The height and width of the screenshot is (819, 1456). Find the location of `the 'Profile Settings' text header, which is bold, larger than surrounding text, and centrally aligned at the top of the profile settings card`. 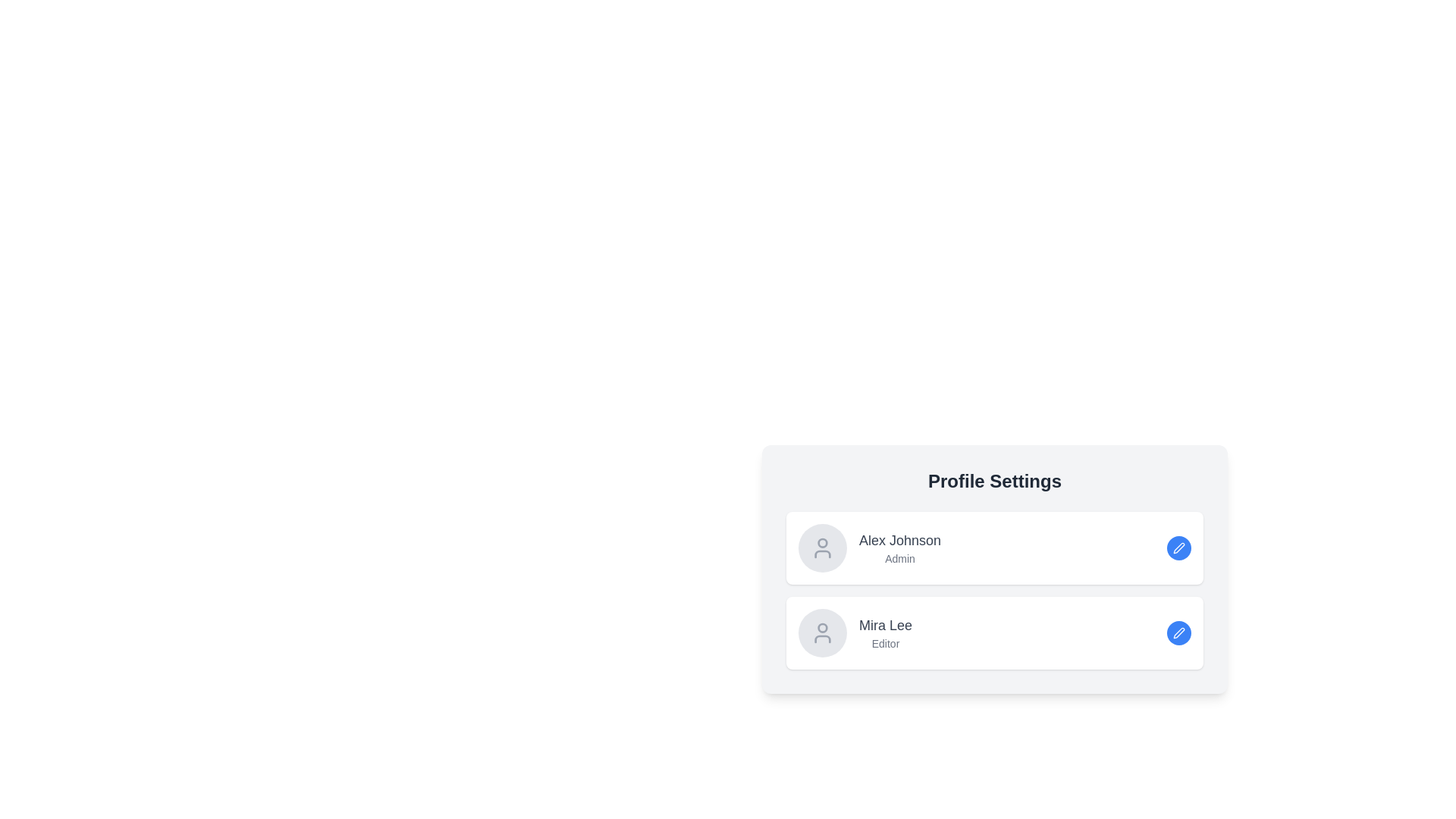

the 'Profile Settings' text header, which is bold, larger than surrounding text, and centrally aligned at the top of the profile settings card is located at coordinates (994, 482).